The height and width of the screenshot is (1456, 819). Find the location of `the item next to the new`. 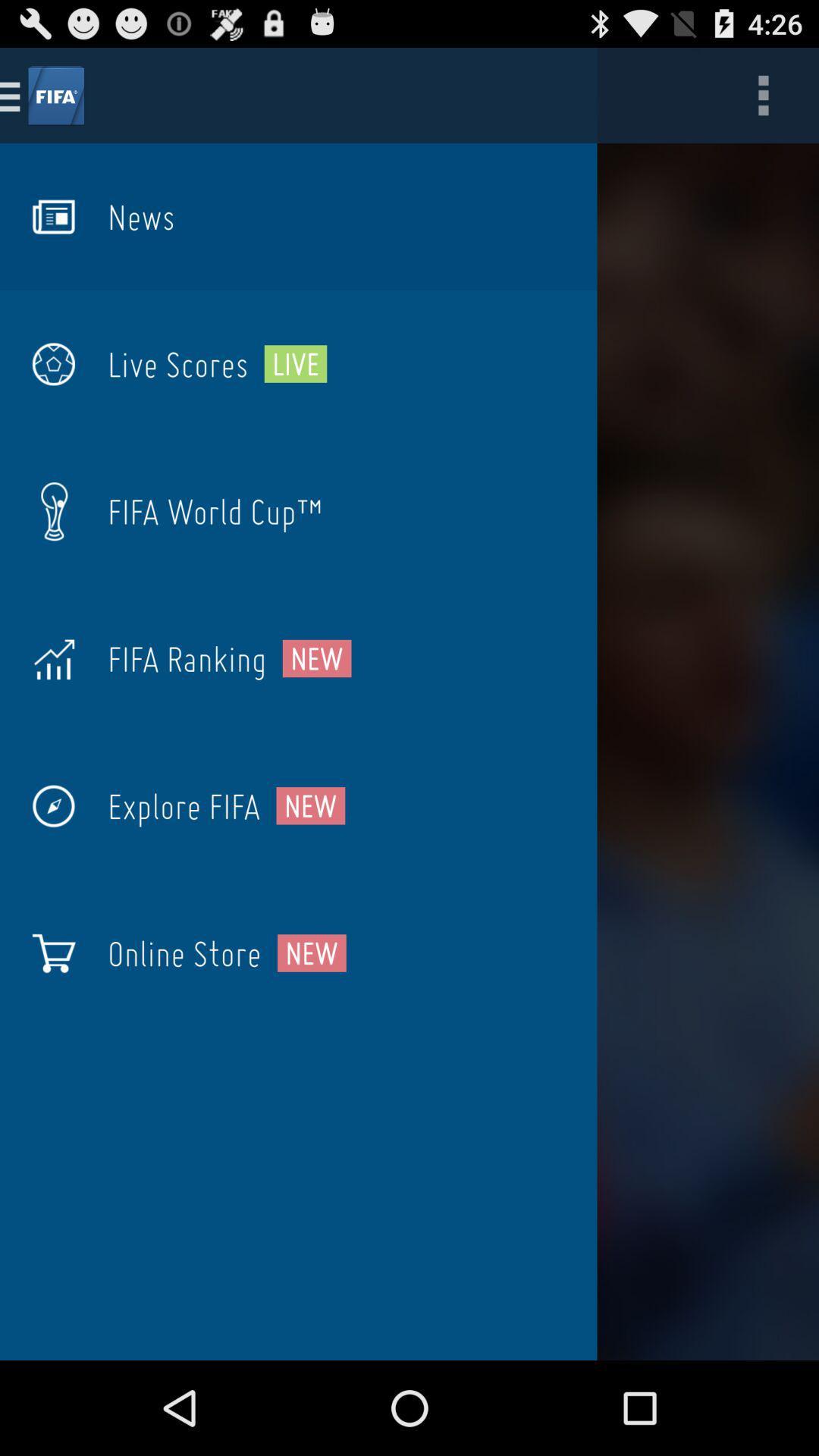

the item next to the new is located at coordinates (183, 805).